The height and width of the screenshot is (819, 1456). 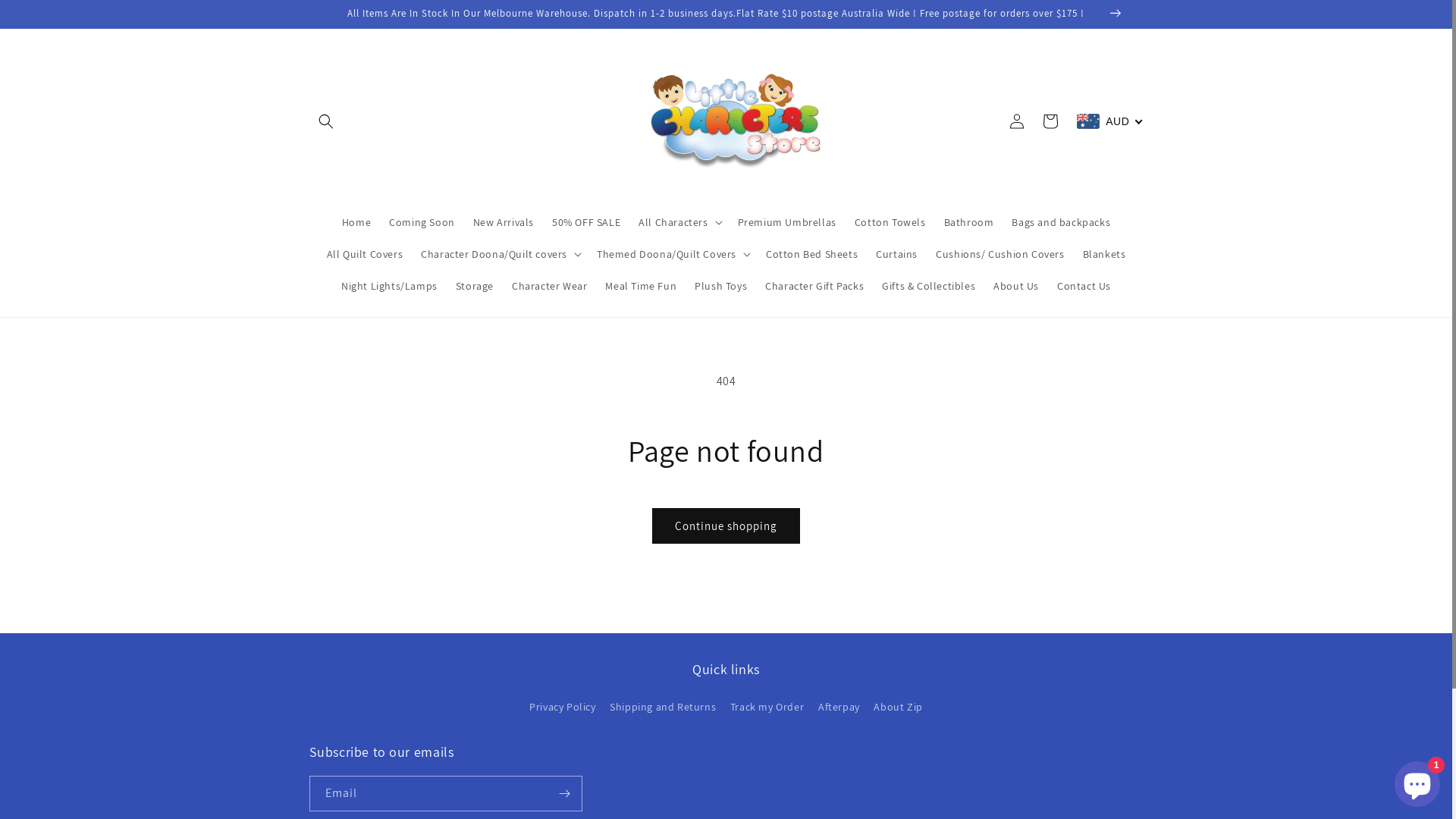 What do you see at coordinates (927, 286) in the screenshot?
I see `'Gifts & Collectibles'` at bounding box center [927, 286].